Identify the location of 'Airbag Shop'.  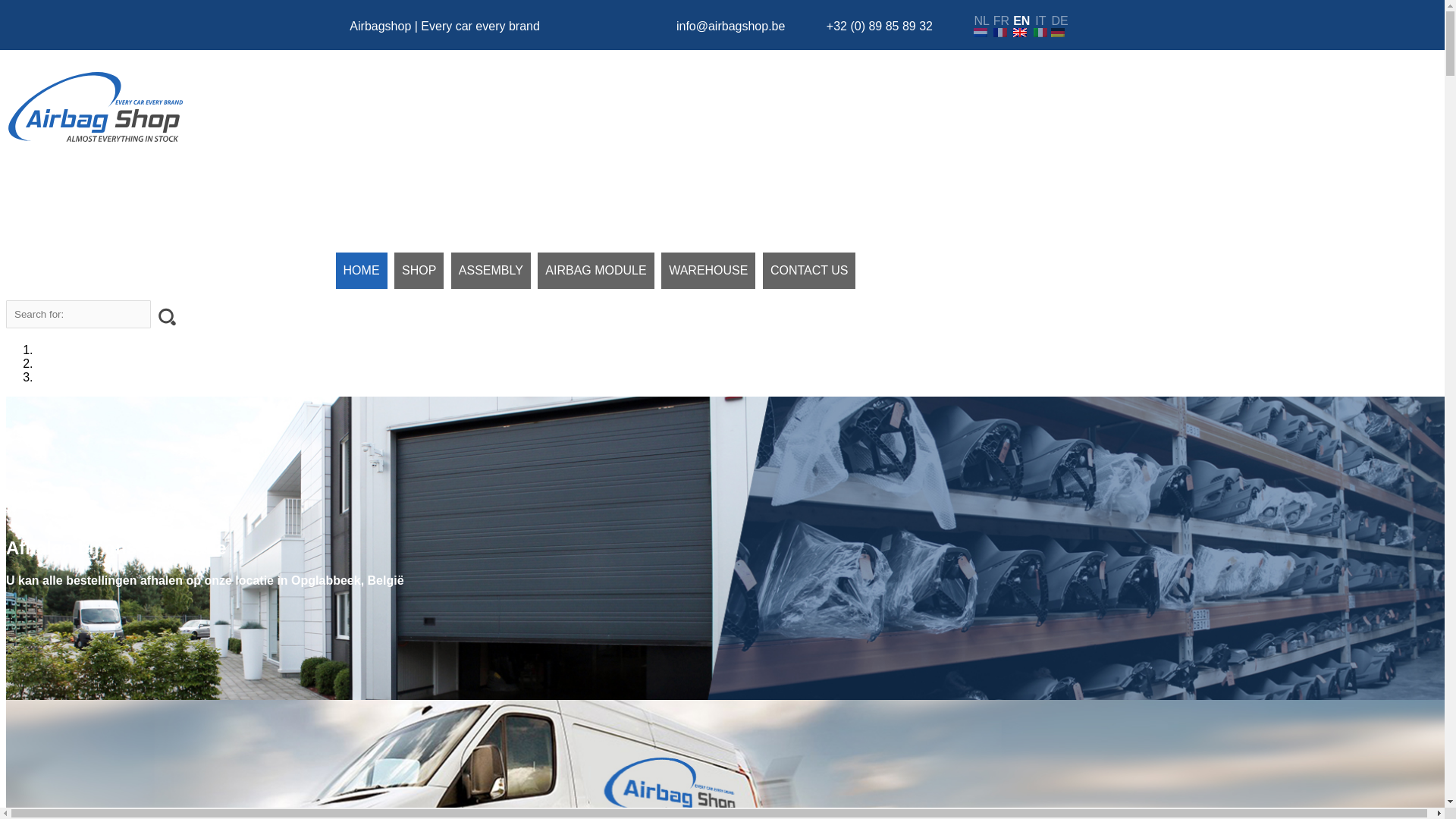
(6, 106).